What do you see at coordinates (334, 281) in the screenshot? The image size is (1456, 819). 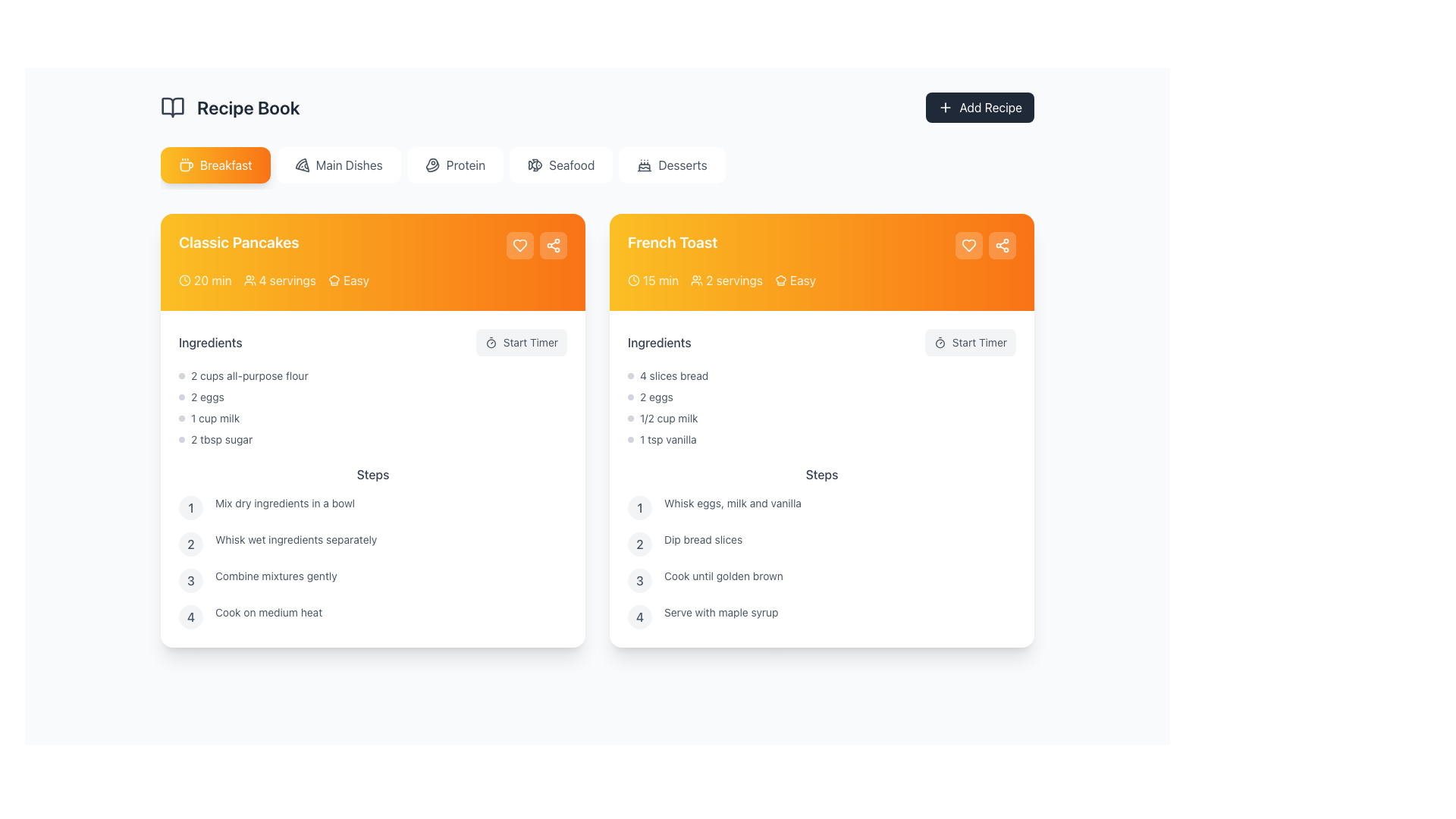 I see `the difficulty level icon representing 'Easy' for the recipe under the title 'Classic Pancakes'` at bounding box center [334, 281].